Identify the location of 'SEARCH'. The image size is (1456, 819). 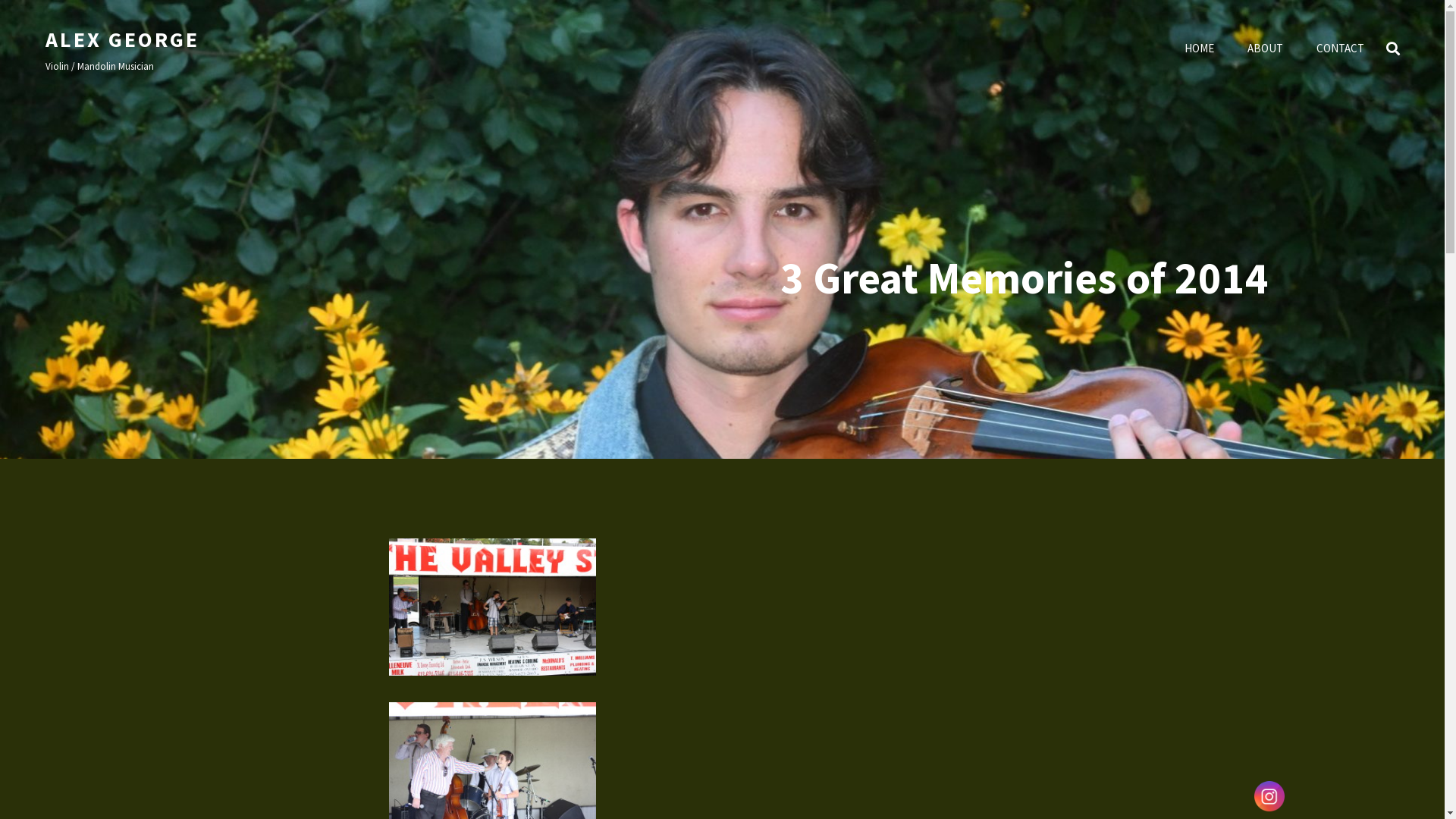
(1393, 48).